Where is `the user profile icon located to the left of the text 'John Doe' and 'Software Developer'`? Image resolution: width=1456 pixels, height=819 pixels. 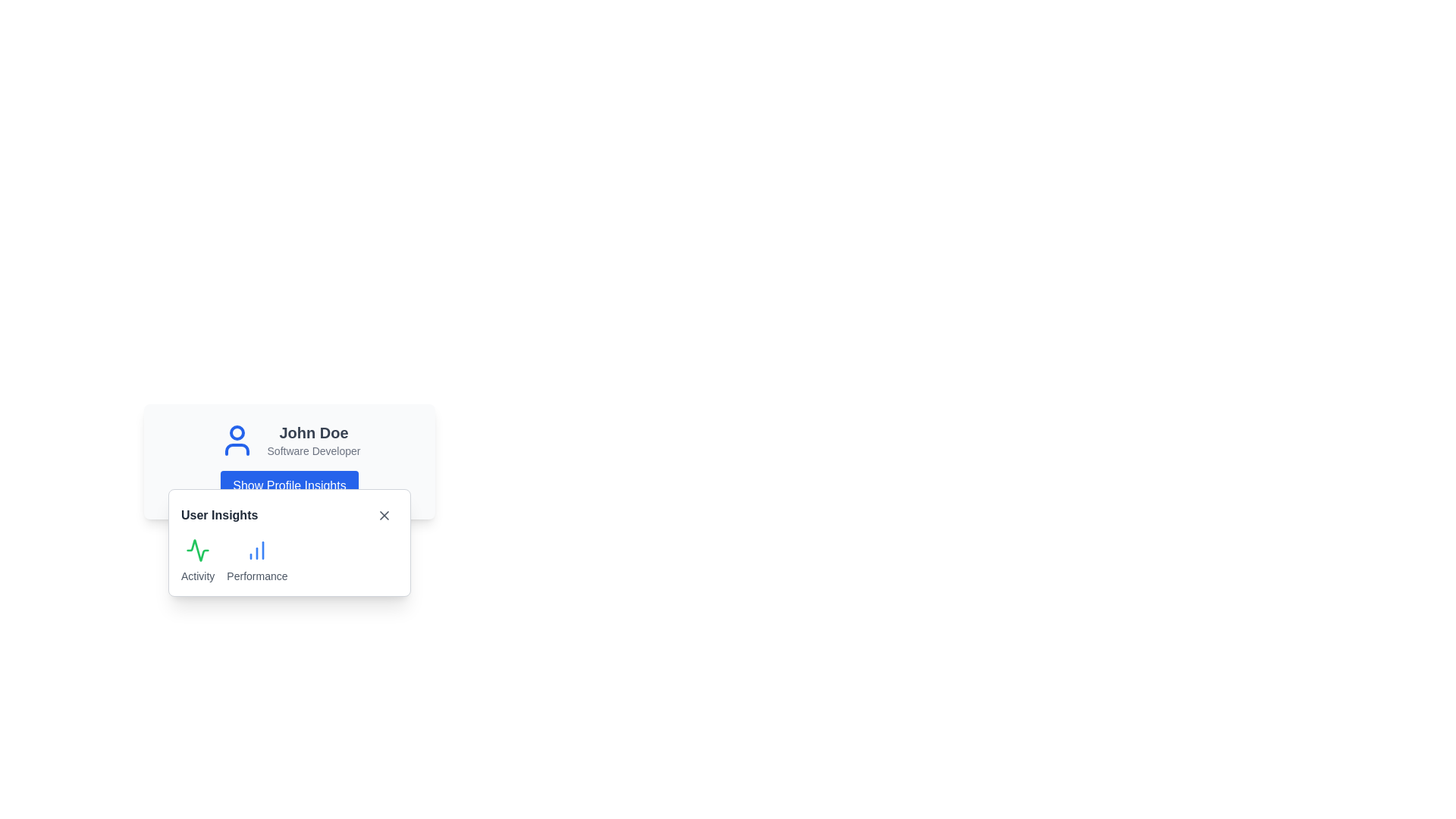 the user profile icon located to the left of the text 'John Doe' and 'Software Developer' is located at coordinates (236, 441).